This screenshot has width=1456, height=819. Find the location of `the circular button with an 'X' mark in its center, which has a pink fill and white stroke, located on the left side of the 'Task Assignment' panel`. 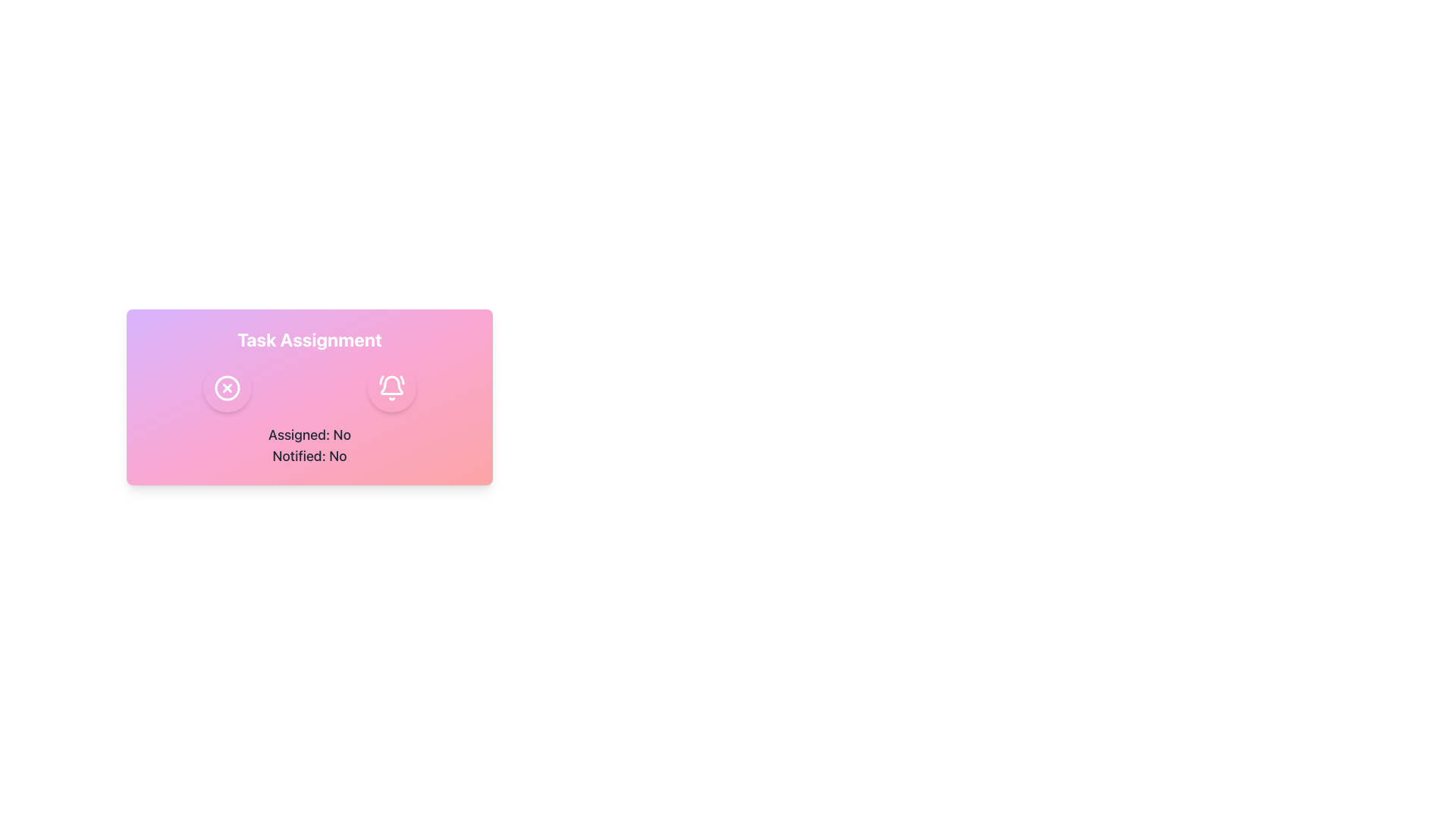

the circular button with an 'X' mark in its center, which has a pink fill and white stroke, located on the left side of the 'Task Assignment' panel is located at coordinates (226, 388).